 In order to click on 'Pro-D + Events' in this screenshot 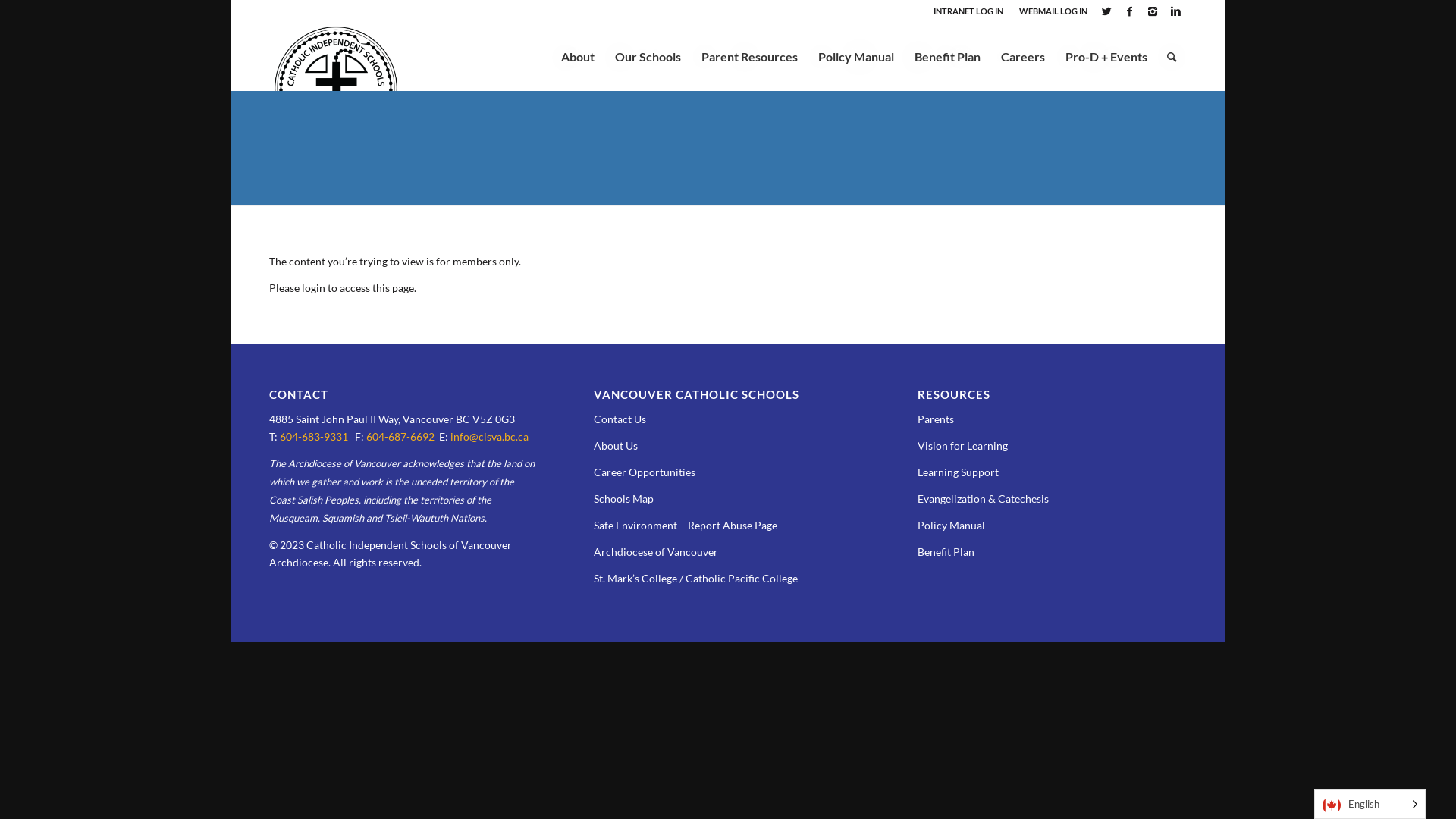, I will do `click(1106, 55)`.